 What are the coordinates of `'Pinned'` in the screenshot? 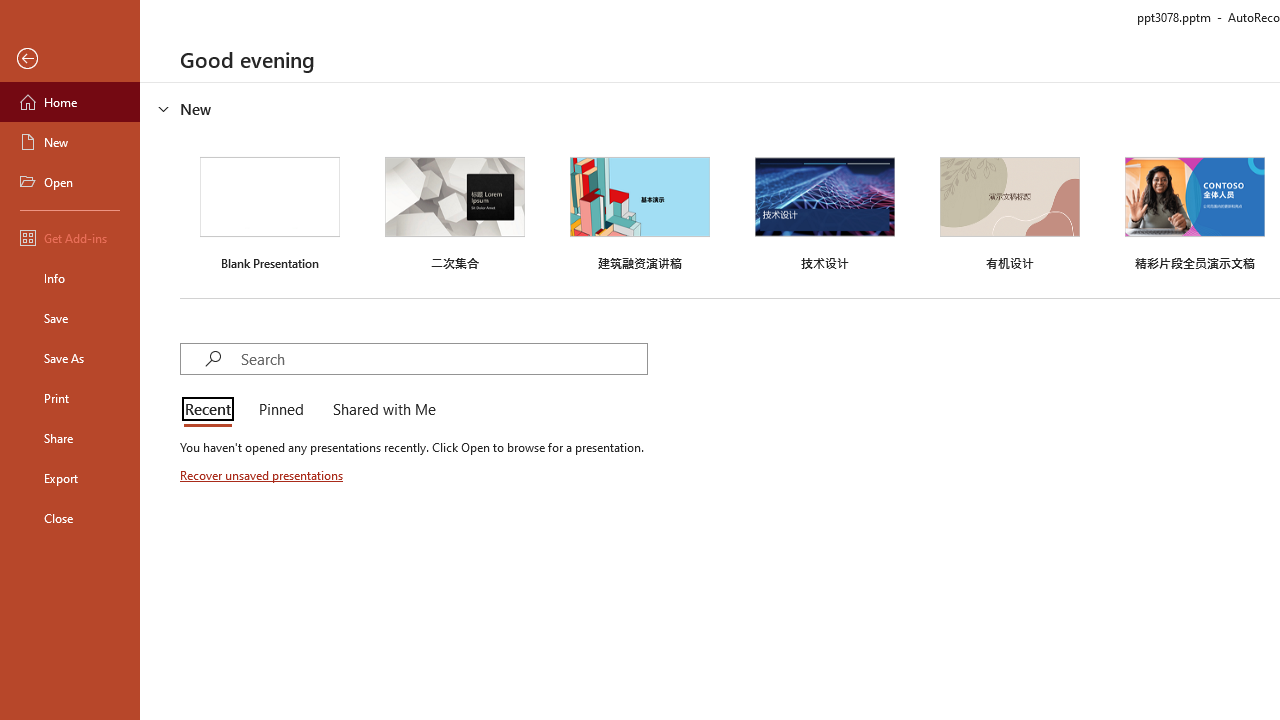 It's located at (279, 410).